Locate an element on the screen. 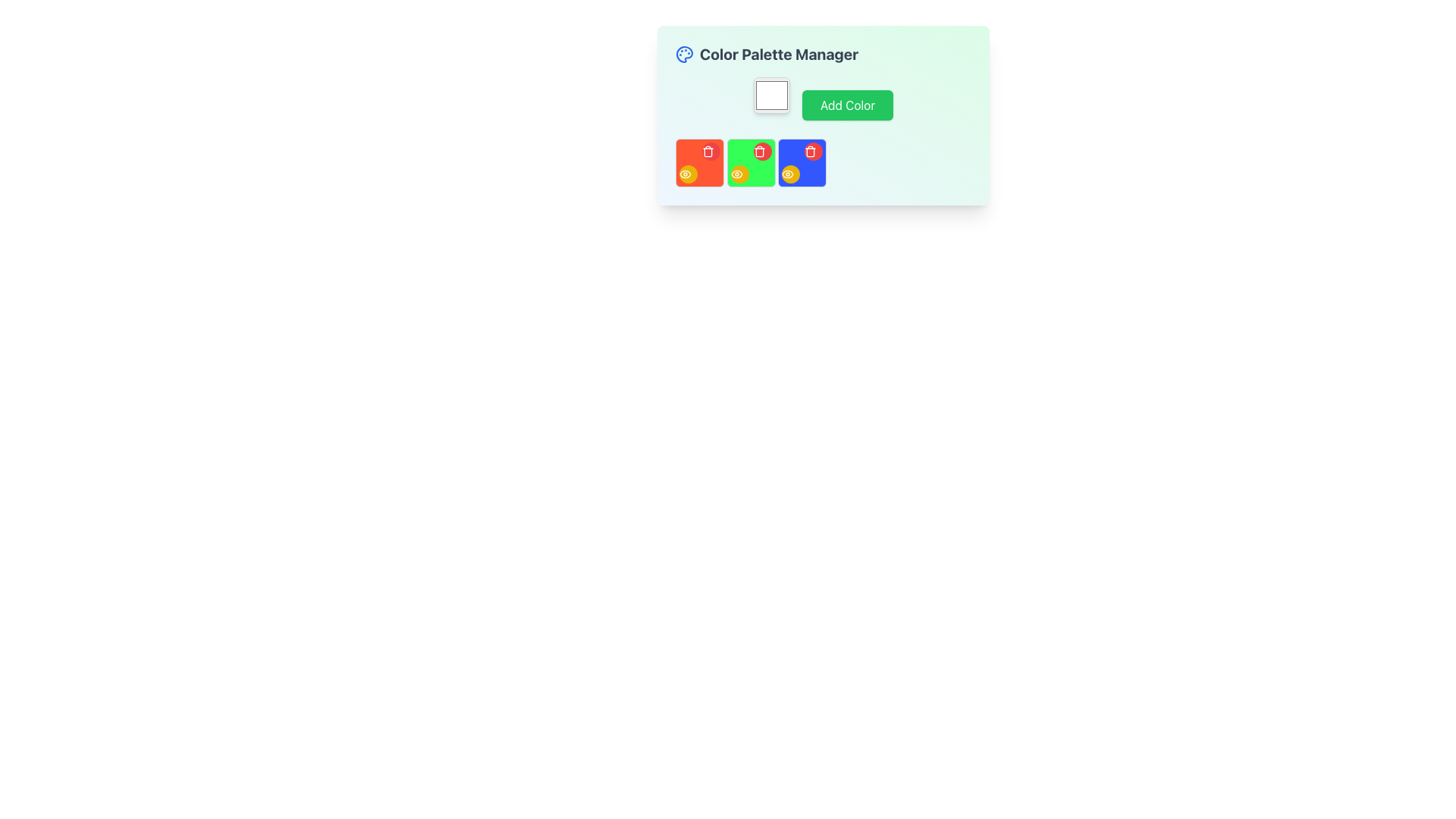  the blue-themed SVG graphic icon located in the top-left corner above the 'Color Palette Manager' title is located at coordinates (683, 54).